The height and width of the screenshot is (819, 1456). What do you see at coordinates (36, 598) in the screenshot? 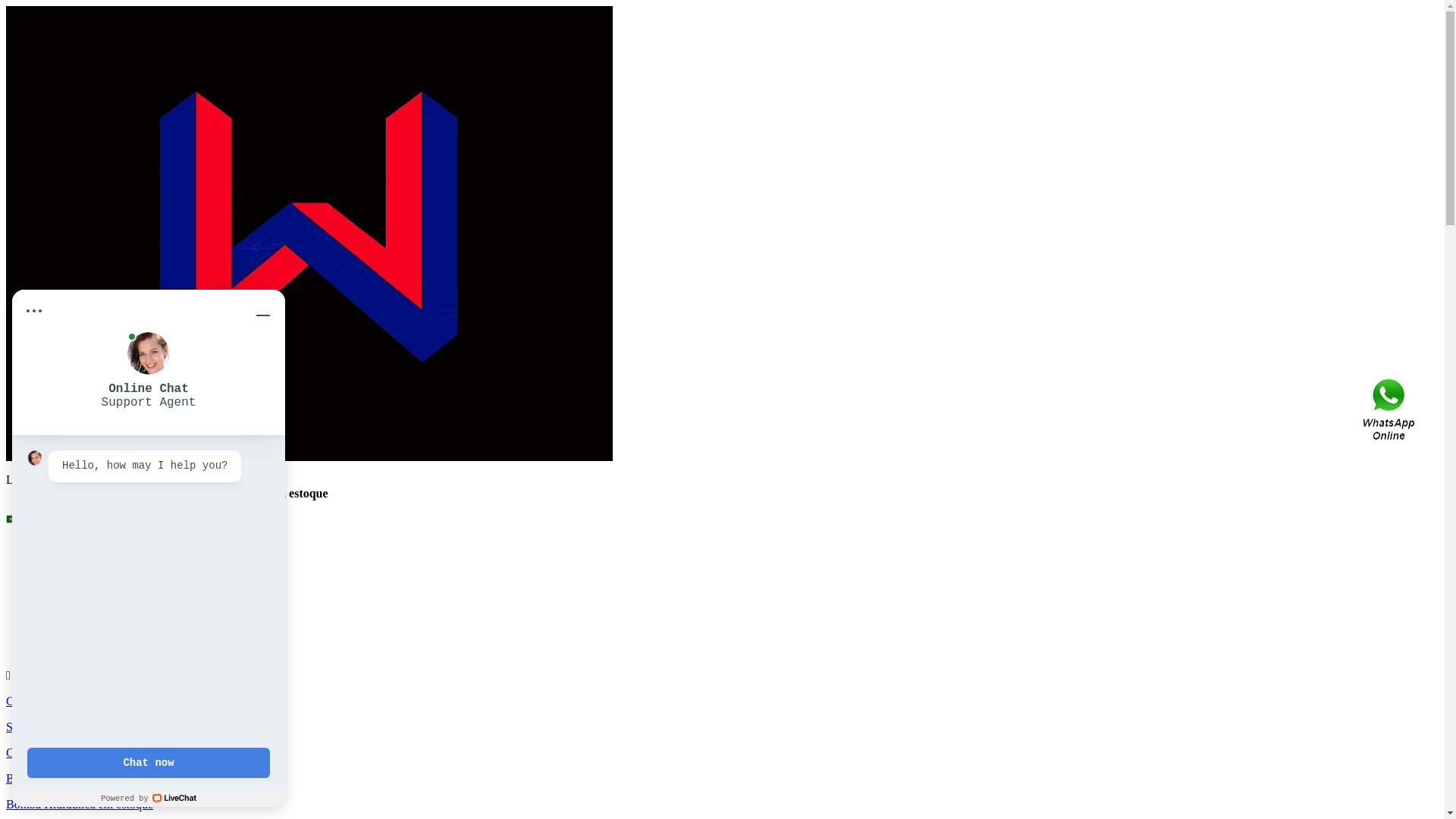
I see `'Controle Qualidade'` at bounding box center [36, 598].